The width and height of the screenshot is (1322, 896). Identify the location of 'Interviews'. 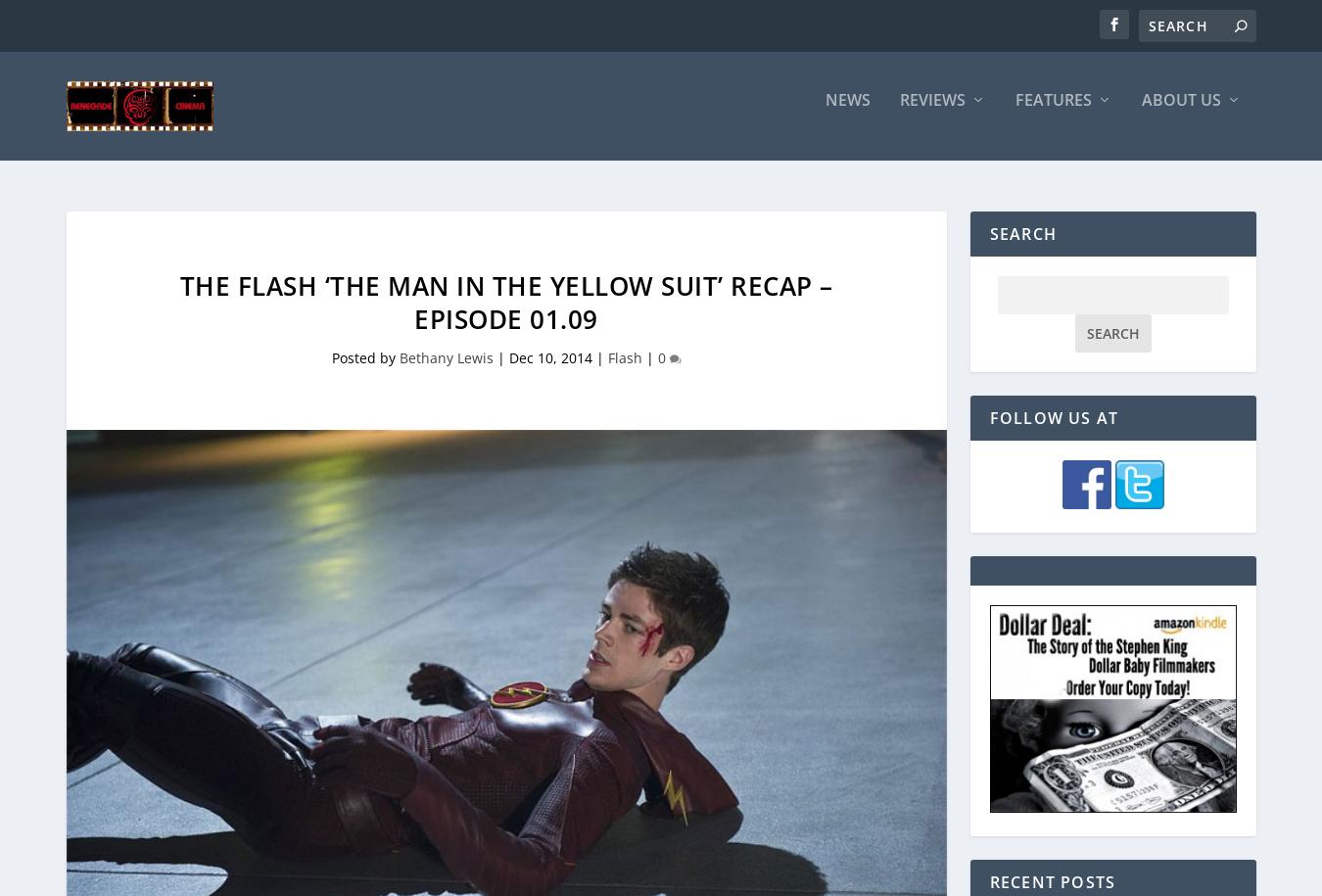
(1023, 286).